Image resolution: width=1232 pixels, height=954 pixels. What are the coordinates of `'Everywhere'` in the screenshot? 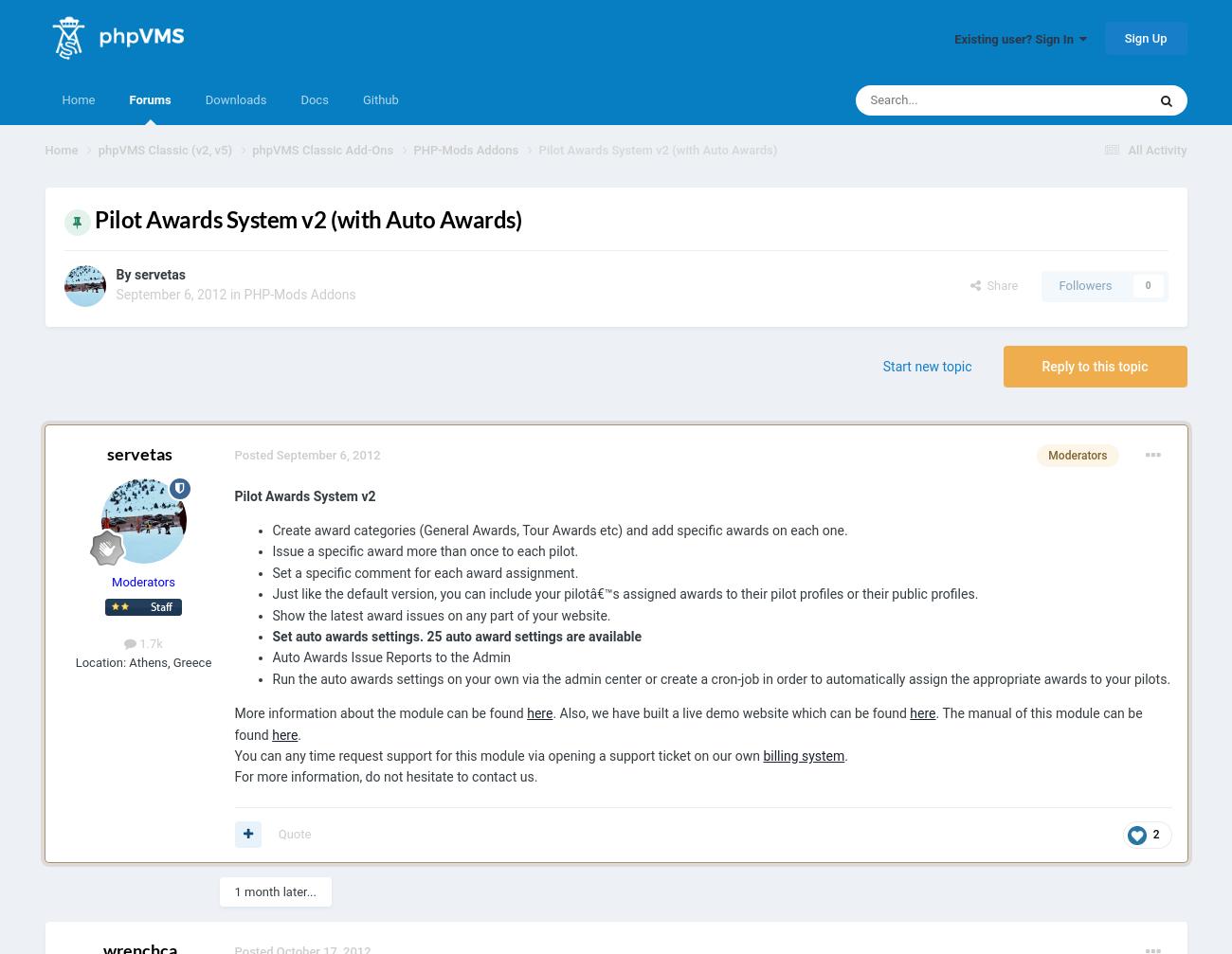 It's located at (1030, 142).